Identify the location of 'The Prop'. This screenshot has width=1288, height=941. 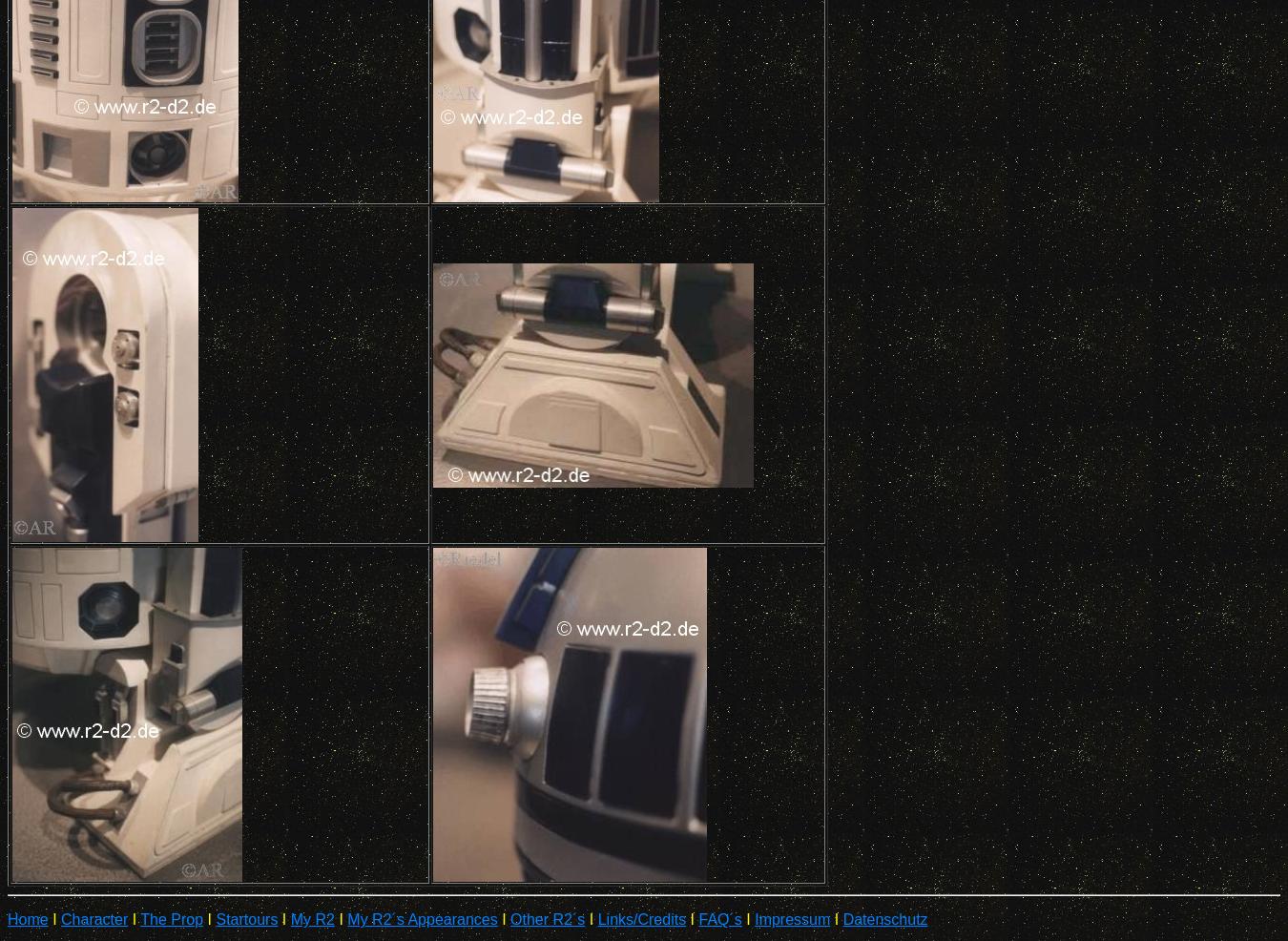
(171, 919).